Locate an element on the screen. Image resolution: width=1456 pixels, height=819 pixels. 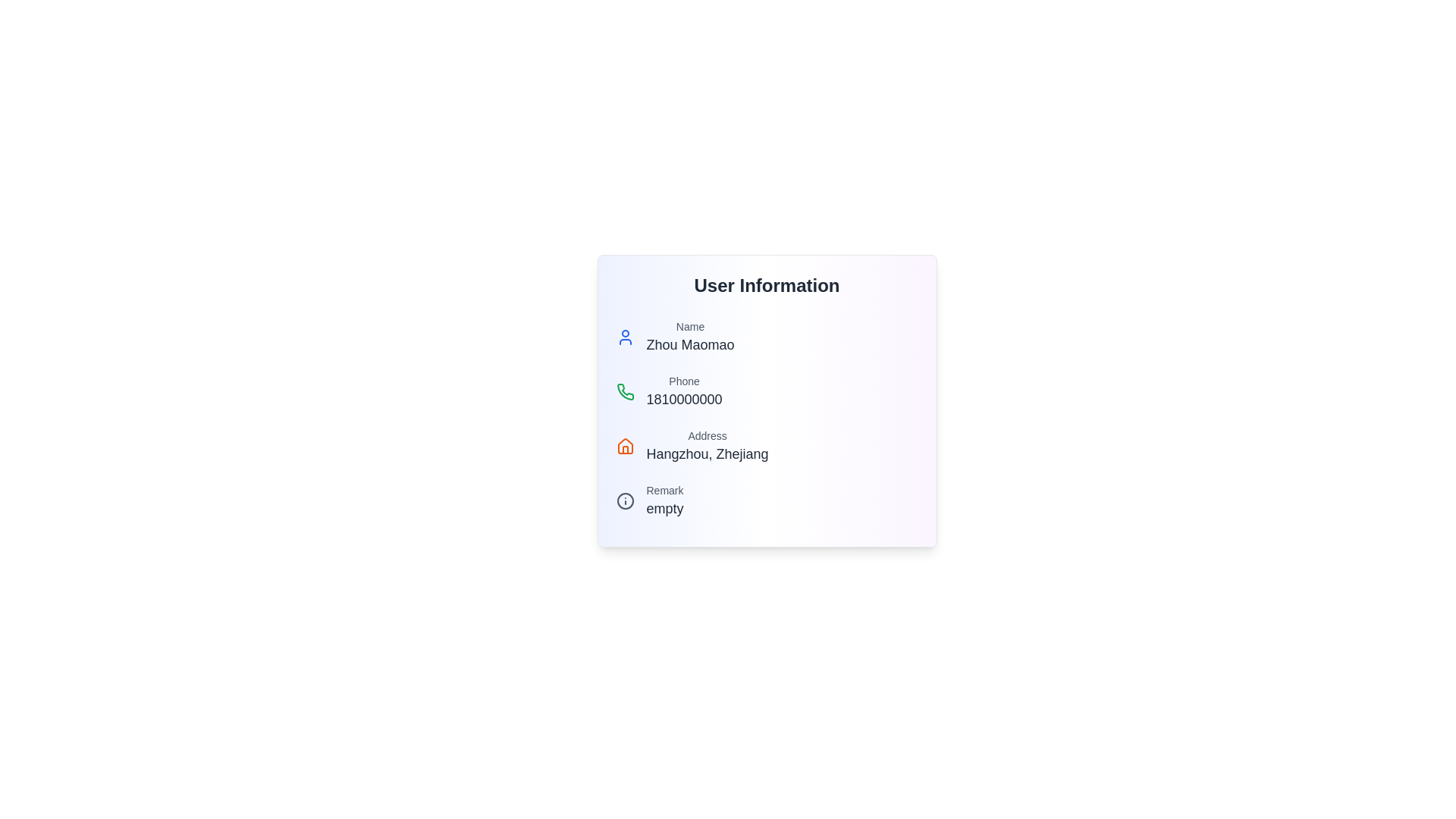
the 'Address' text label located in the 'User Information' panel, which is styled in gray and positioned above the specific address details is located at coordinates (707, 435).